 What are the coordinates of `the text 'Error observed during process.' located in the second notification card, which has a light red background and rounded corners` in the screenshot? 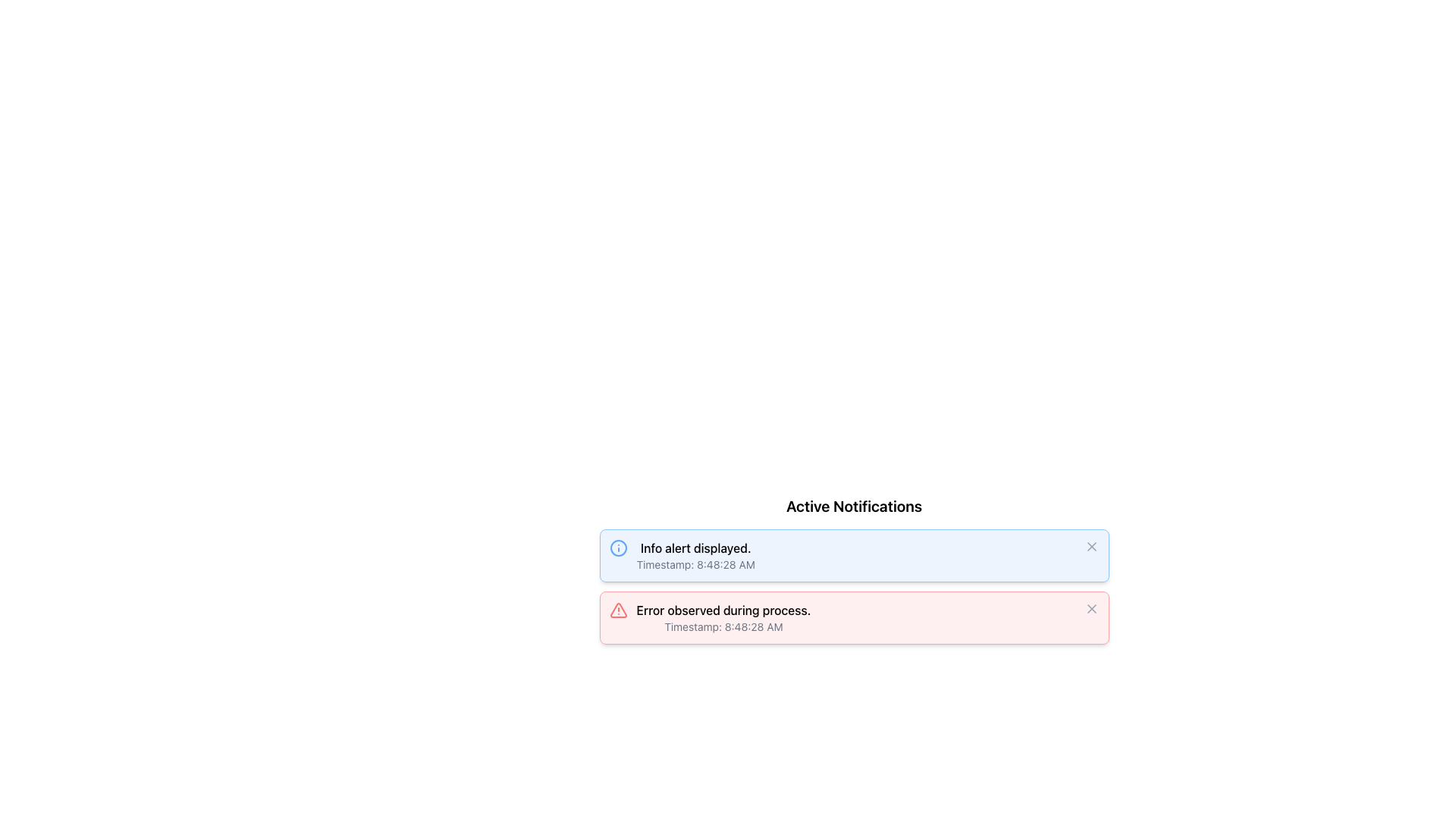 It's located at (723, 617).